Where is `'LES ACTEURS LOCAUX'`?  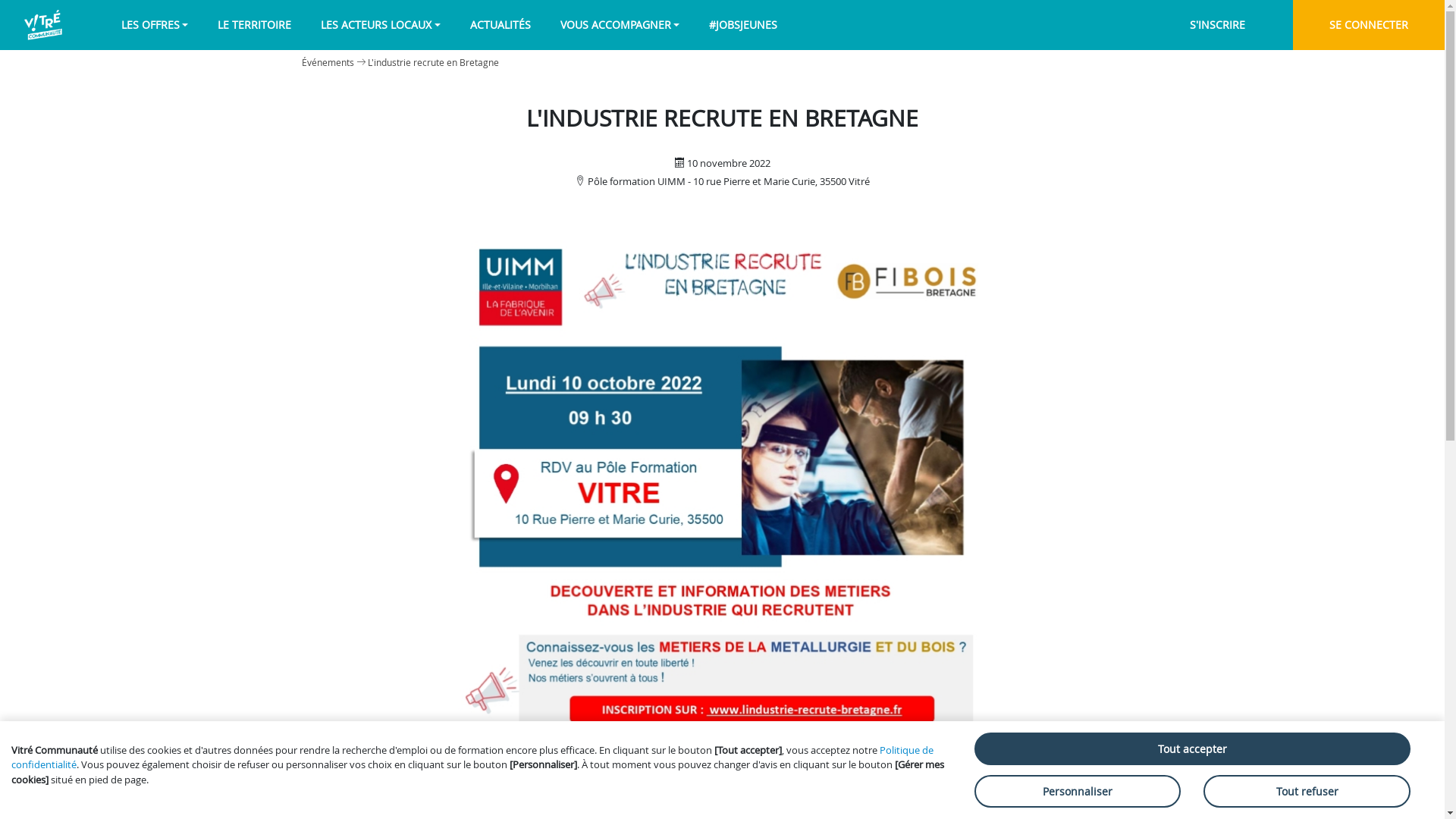 'LES ACTEURS LOCAUX' is located at coordinates (381, 24).